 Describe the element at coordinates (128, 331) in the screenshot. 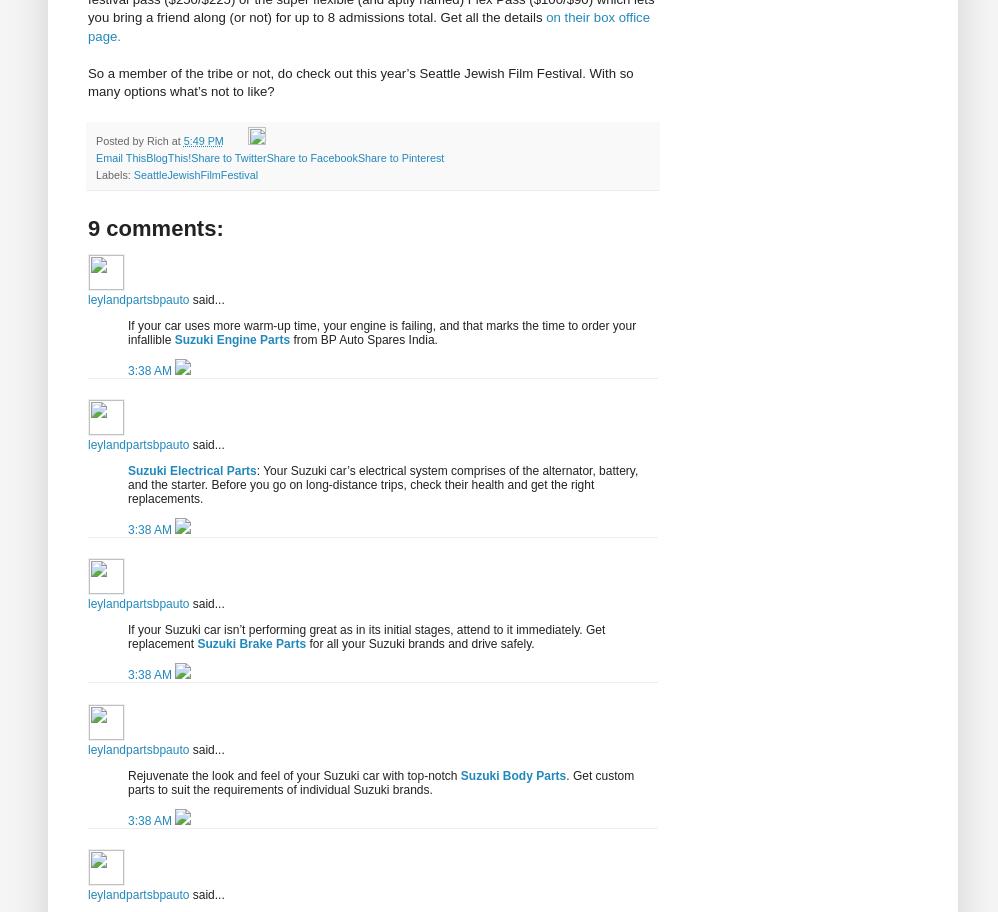

I see `'If your car uses more warm-up time, your engine is failing, and that marks the time to order your infallible'` at that location.